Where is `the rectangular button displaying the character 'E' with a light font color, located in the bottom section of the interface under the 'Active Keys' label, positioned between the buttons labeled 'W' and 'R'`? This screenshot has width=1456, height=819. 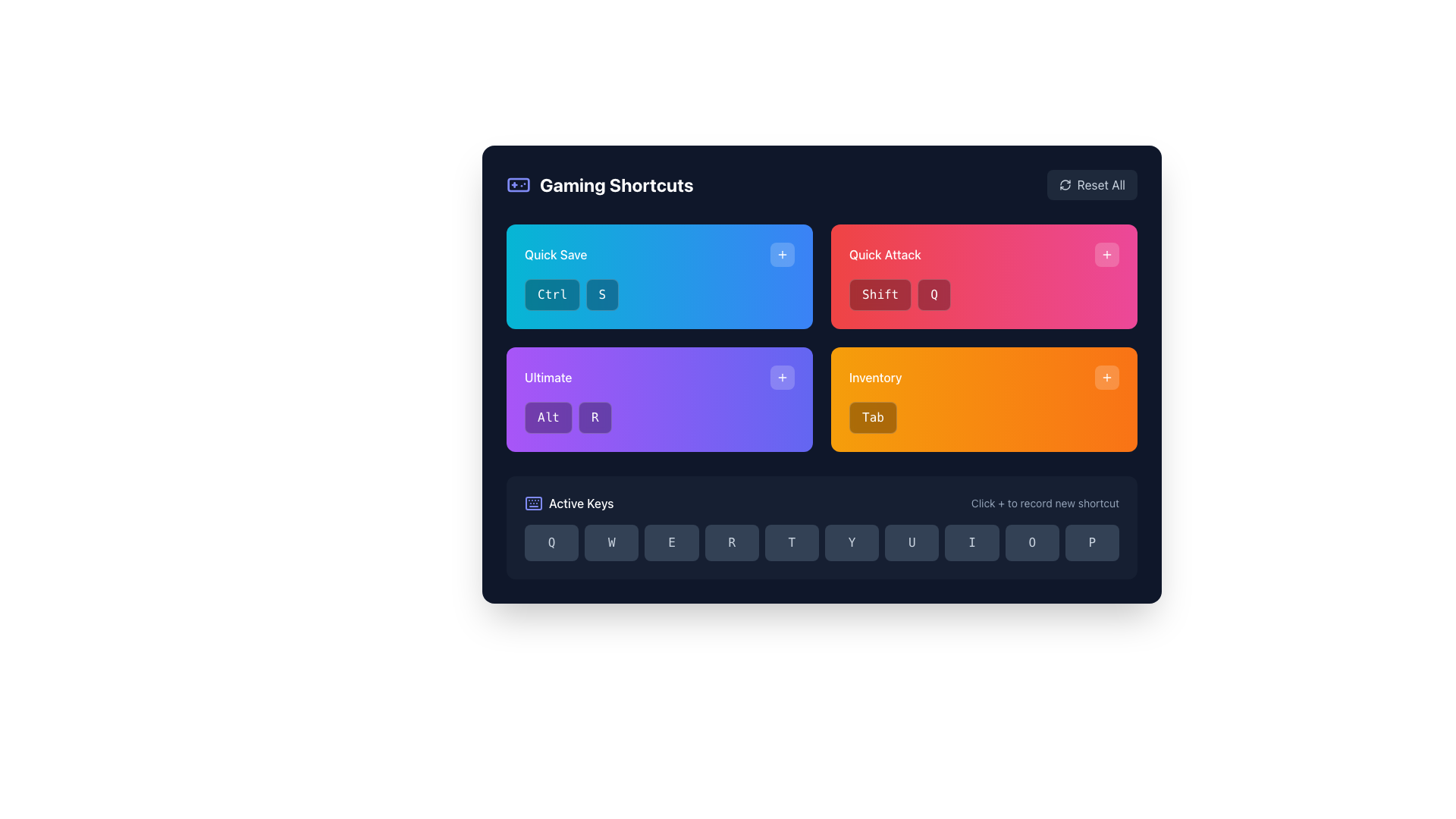 the rectangular button displaying the character 'E' with a light font color, located in the bottom section of the interface under the 'Active Keys' label, positioned between the buttons labeled 'W' and 'R' is located at coordinates (671, 542).